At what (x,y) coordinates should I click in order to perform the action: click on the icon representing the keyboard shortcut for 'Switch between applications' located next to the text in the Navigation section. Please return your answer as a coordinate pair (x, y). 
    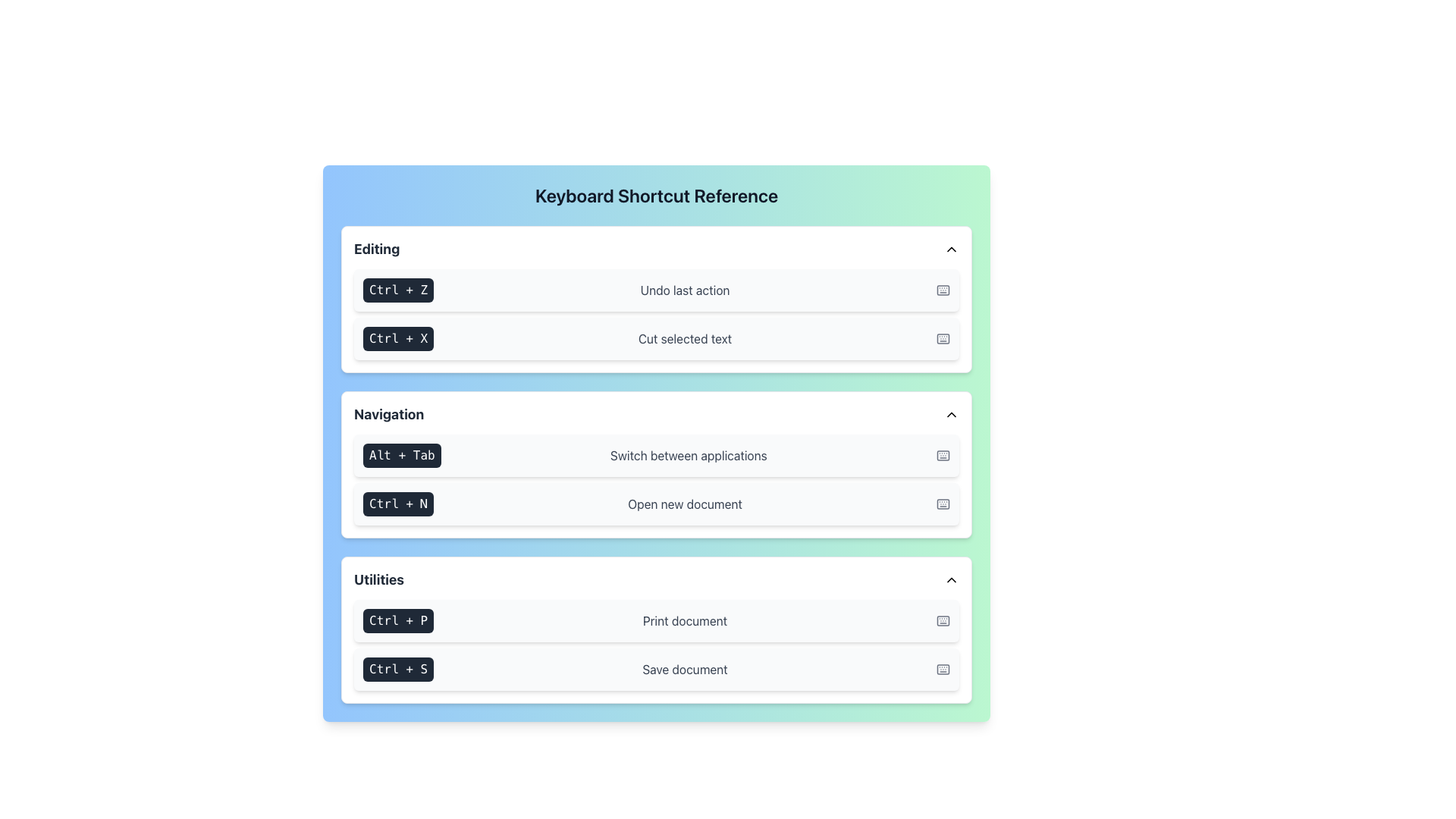
    Looking at the image, I should click on (942, 455).